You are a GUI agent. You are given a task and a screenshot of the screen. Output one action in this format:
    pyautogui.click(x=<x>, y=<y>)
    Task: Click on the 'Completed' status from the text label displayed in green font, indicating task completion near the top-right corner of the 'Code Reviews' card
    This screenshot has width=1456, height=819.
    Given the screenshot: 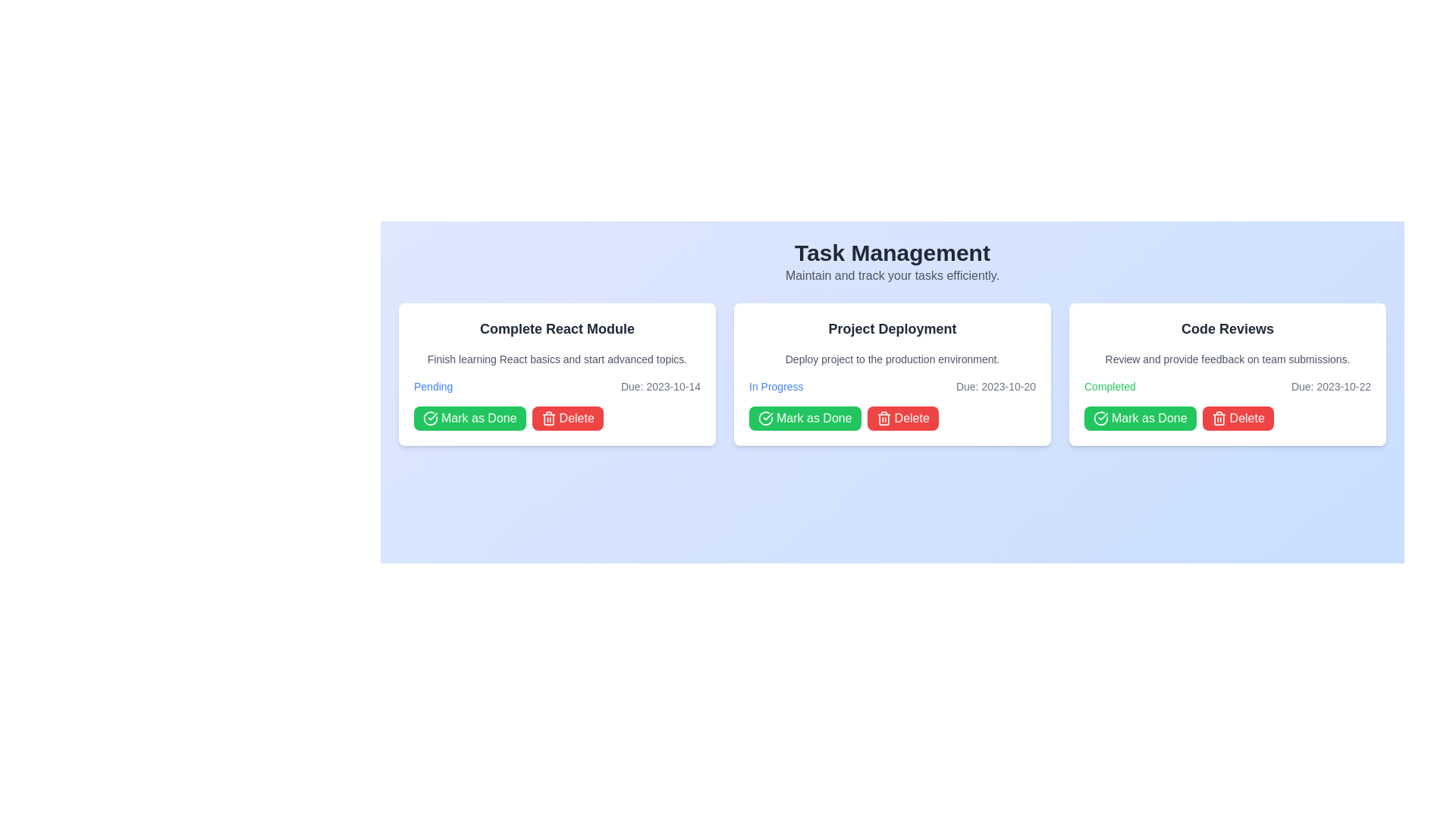 What is the action you would take?
    pyautogui.click(x=1109, y=385)
    